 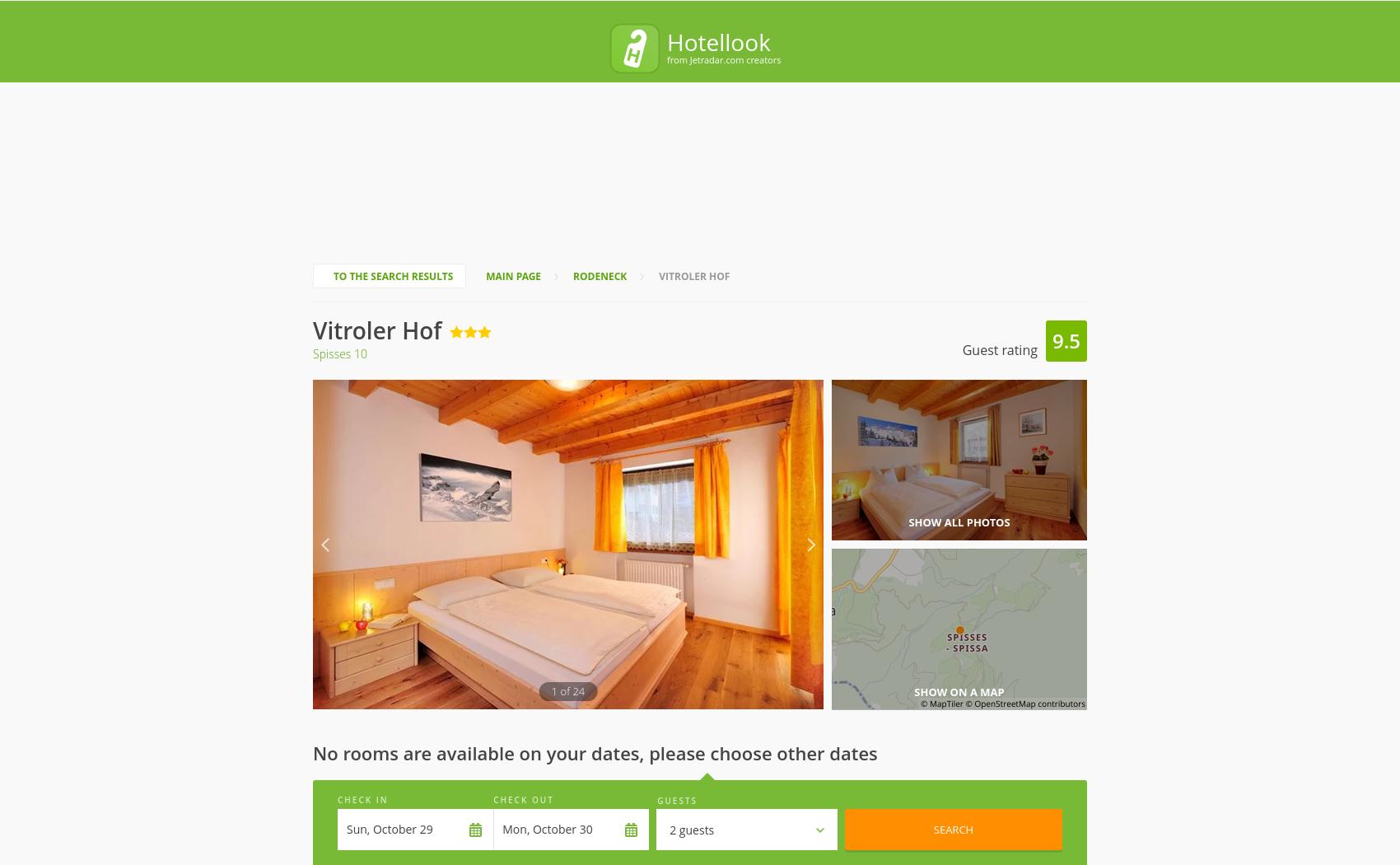 I want to click on 'All reviews', so click(x=508, y=776).